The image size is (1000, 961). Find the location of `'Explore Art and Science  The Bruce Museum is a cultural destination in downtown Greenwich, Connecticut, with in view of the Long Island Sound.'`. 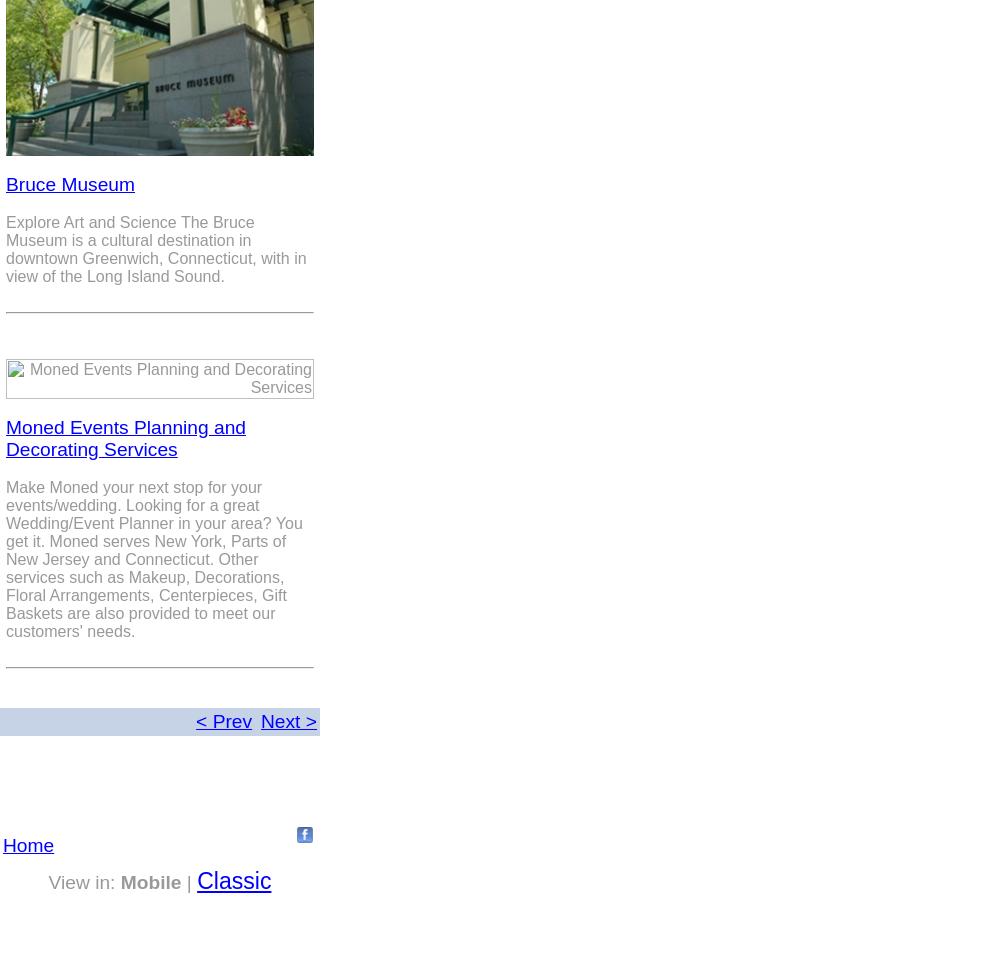

'Explore Art and Science  The Bruce Museum is a cultural destination in downtown Greenwich, Connecticut, with in view of the Long Island Sound.' is located at coordinates (156, 248).